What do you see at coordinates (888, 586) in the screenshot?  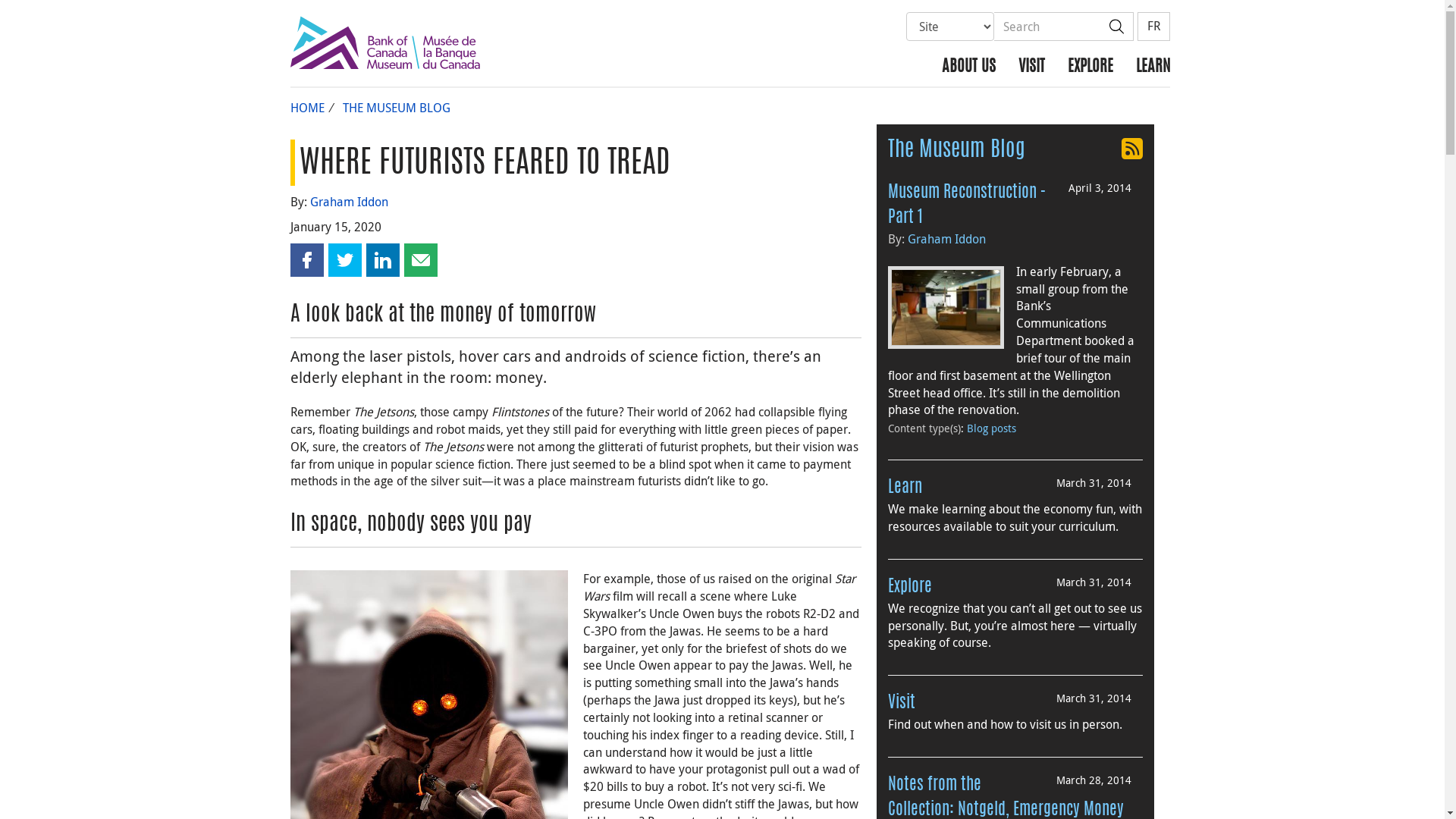 I see `'Explore'` at bounding box center [888, 586].